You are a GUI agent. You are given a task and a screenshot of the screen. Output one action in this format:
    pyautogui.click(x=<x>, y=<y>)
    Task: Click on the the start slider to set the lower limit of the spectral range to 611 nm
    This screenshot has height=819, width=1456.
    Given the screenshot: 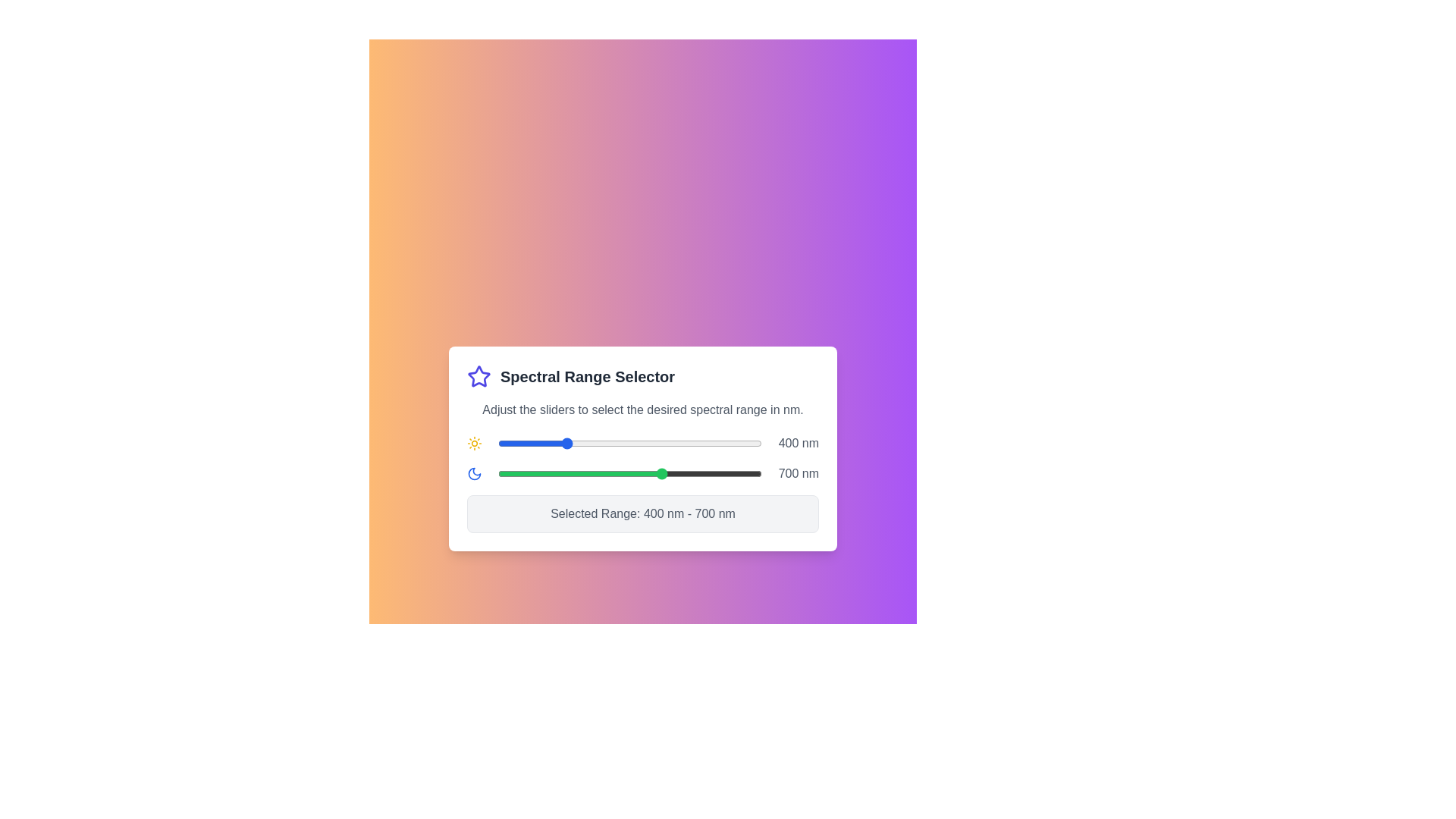 What is the action you would take?
    pyautogui.click(x=634, y=444)
    